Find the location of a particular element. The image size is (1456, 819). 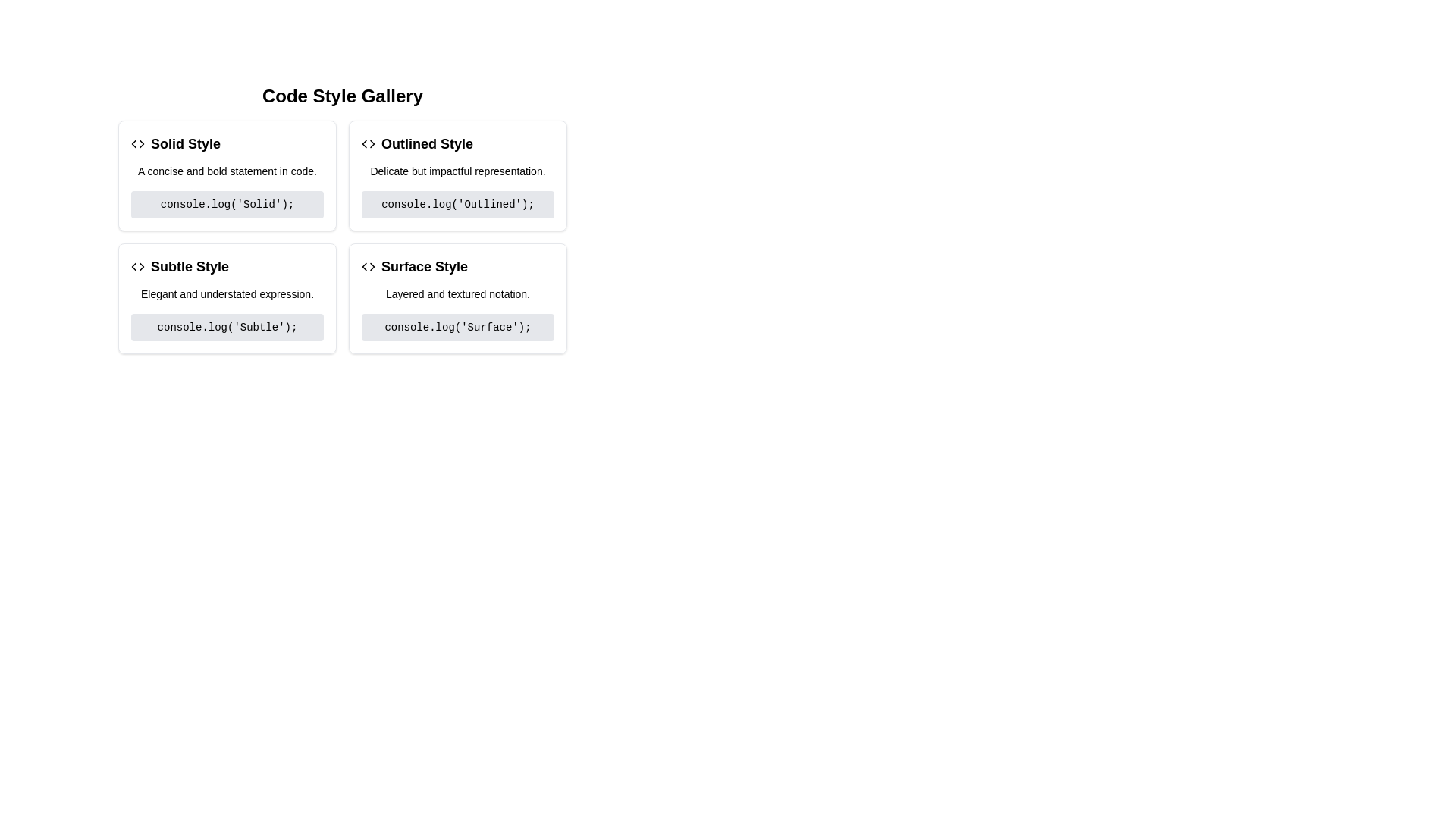

information and code snippet from the Information Card labeled 'Surface Style', which is located in the bottom-right corner of the grid layout is located at coordinates (457, 298).